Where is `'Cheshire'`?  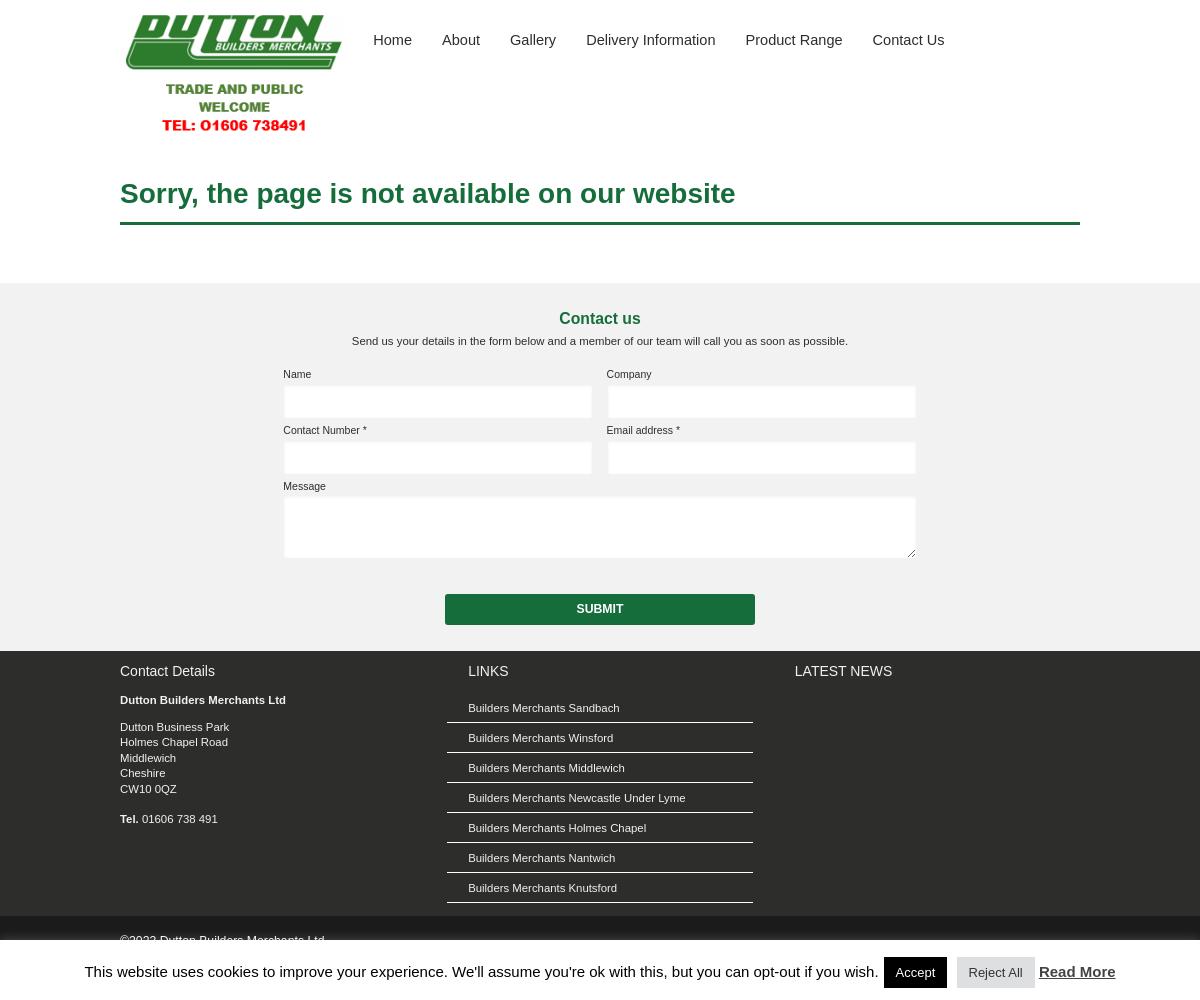 'Cheshire' is located at coordinates (142, 773).